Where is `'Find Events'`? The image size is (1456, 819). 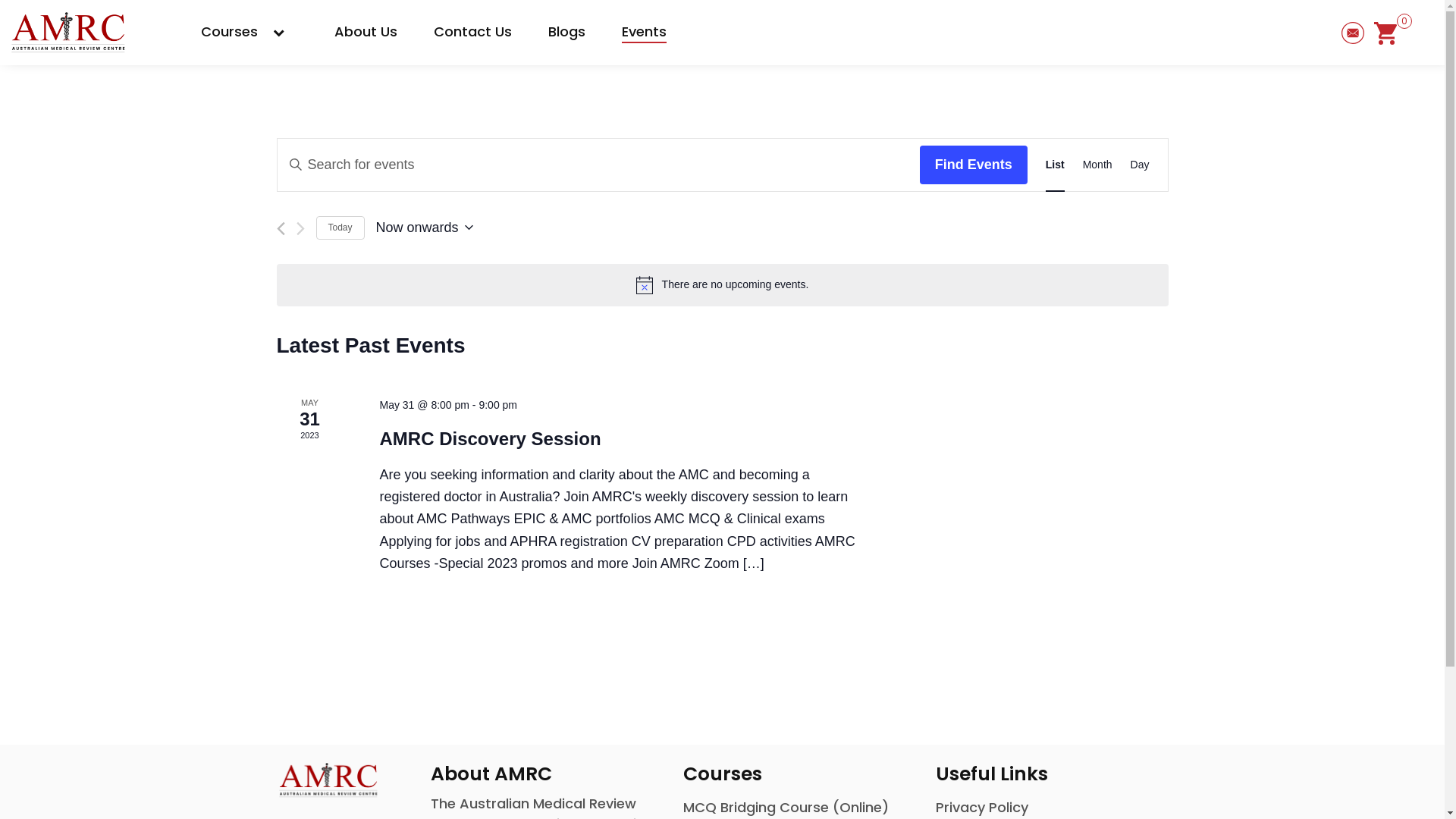 'Find Events' is located at coordinates (973, 165).